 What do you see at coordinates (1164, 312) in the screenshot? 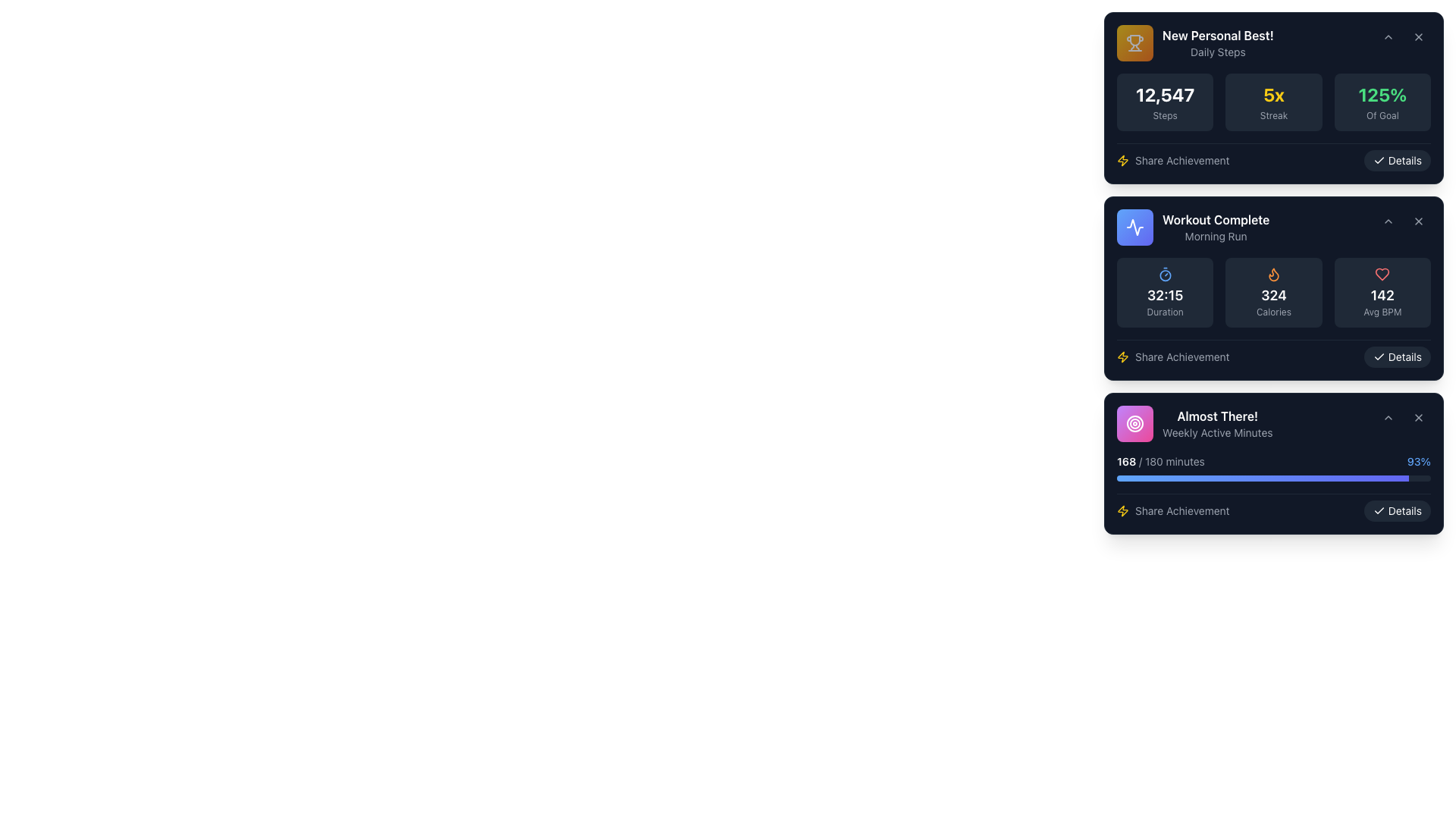
I see `the static text label that provides context for the time information '32:15', located in the second card from the top, directly beneath the bold text '32:15' and centered horizontally` at bounding box center [1164, 312].